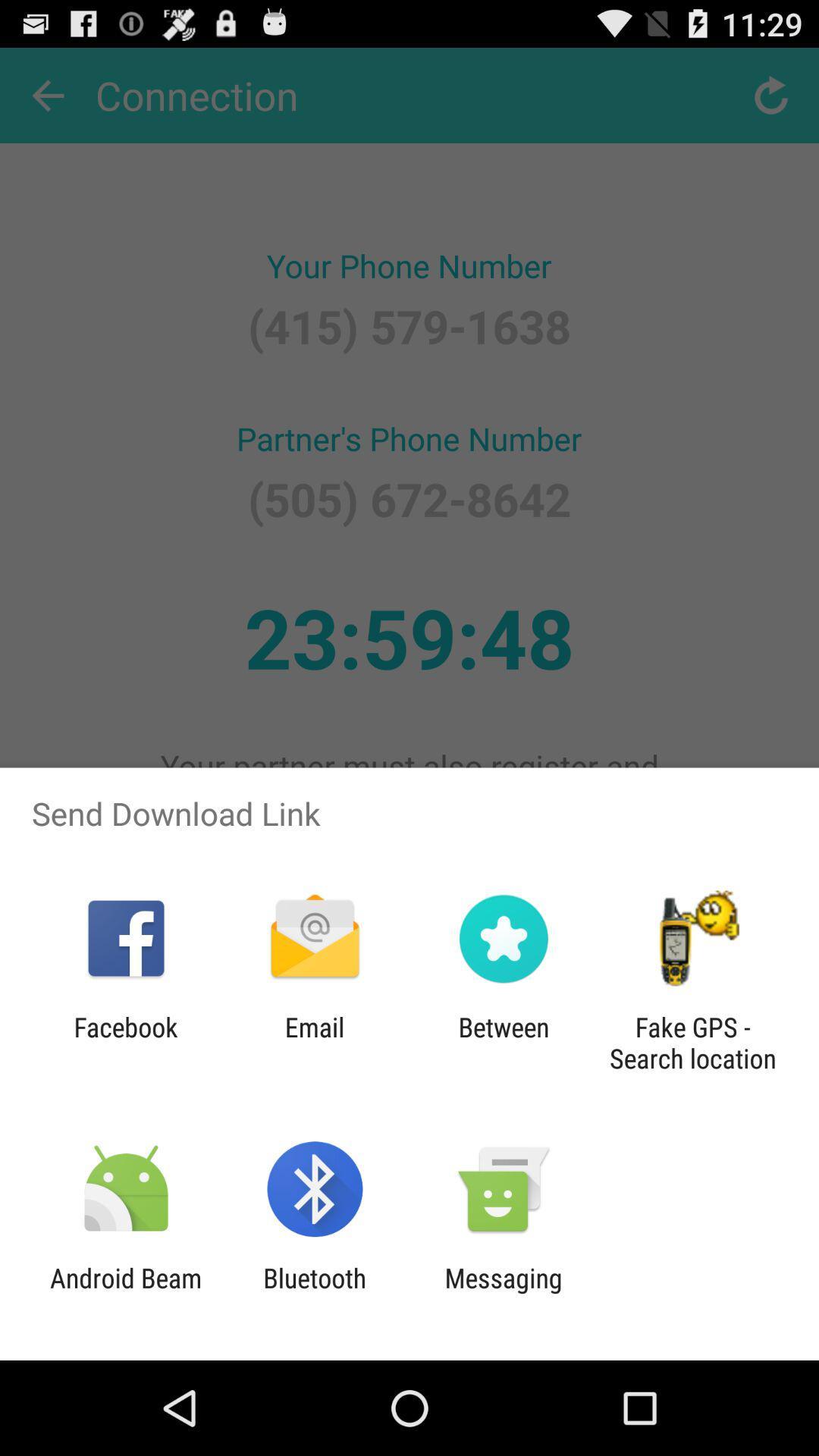 The image size is (819, 1456). What do you see at coordinates (504, 1042) in the screenshot?
I see `the icon to the left of fake gps search` at bounding box center [504, 1042].